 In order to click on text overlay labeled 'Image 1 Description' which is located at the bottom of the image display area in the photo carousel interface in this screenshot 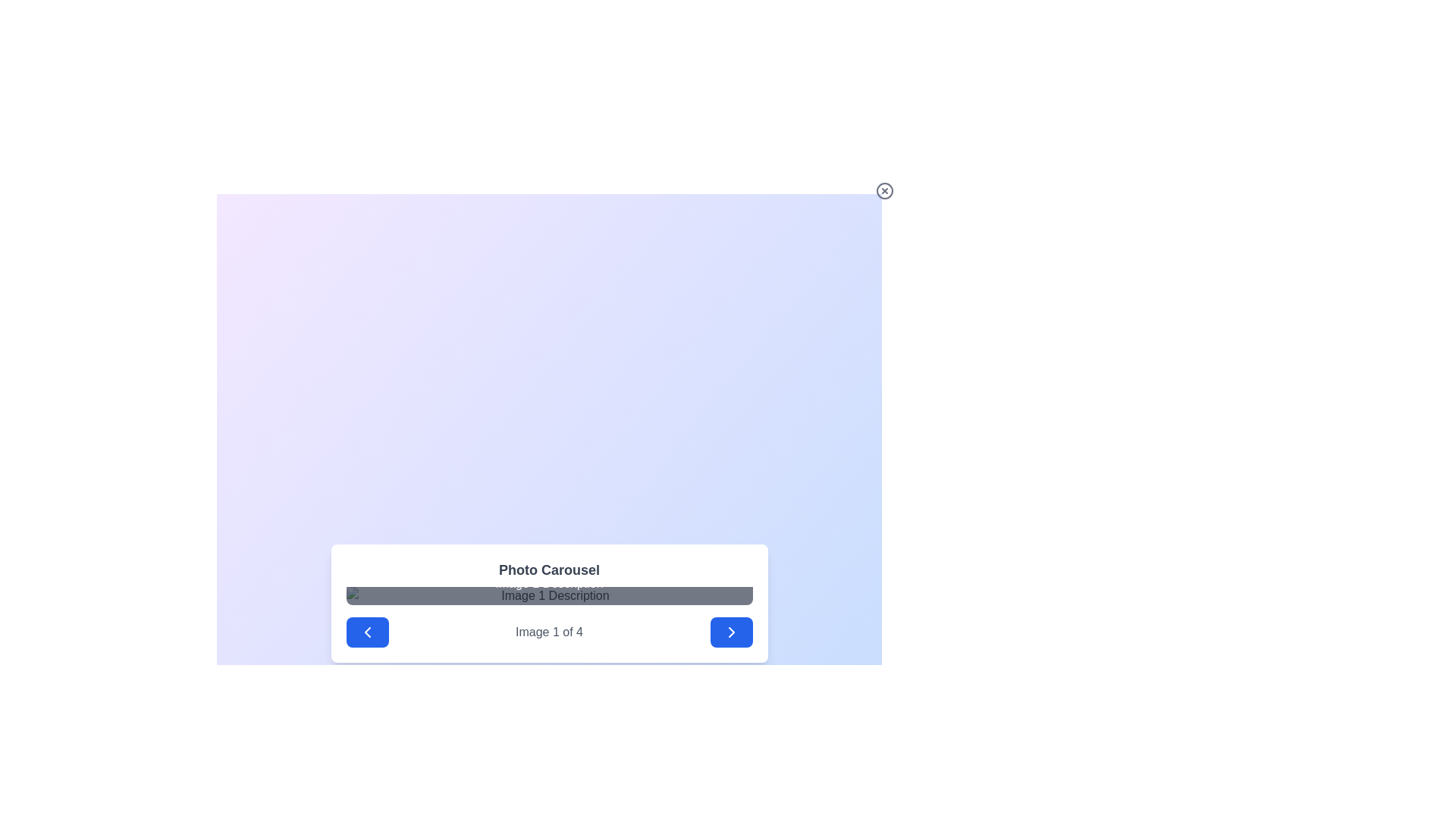, I will do `click(548, 583)`.